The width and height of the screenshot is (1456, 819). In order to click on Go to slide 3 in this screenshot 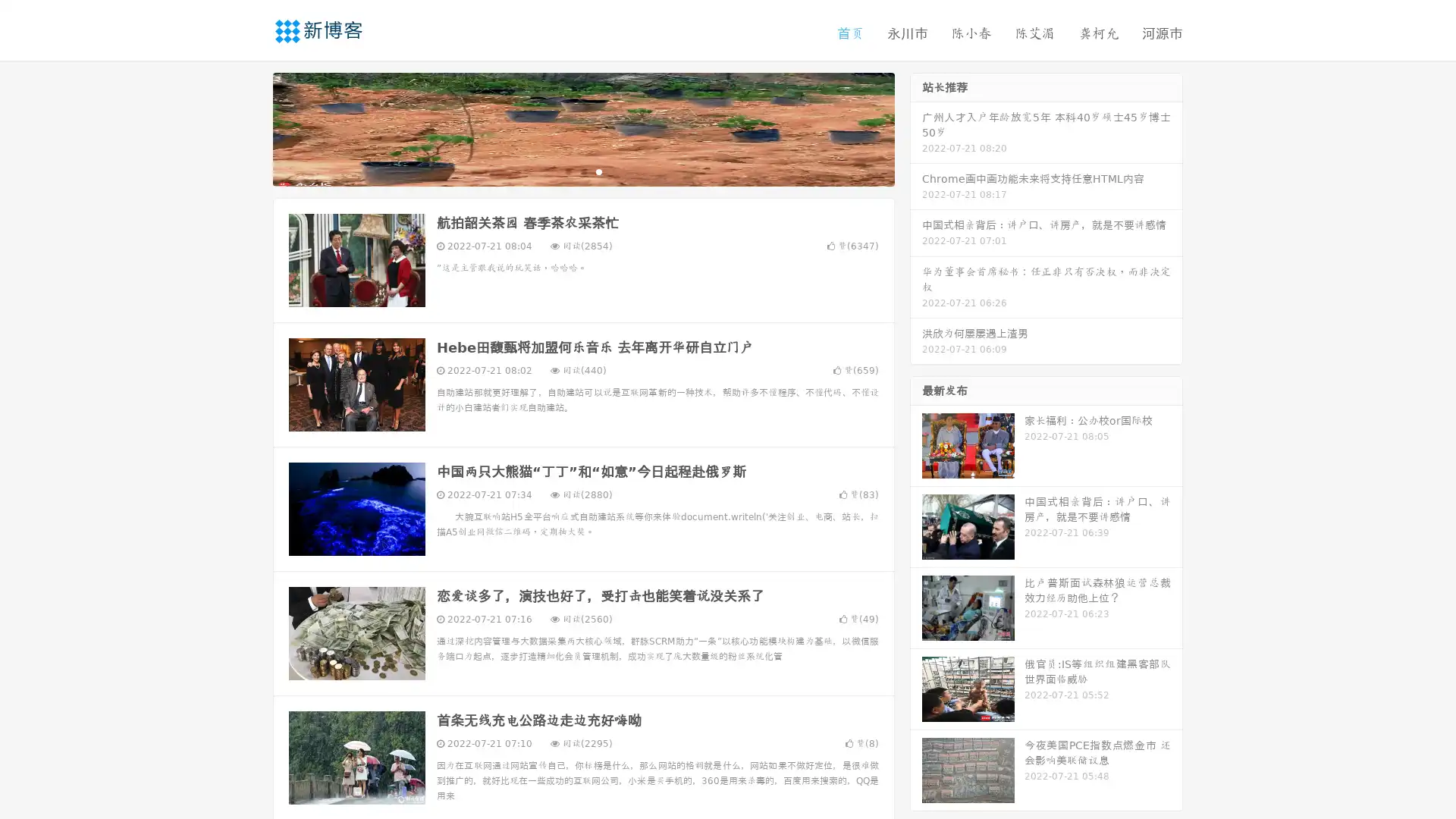, I will do `click(598, 171)`.